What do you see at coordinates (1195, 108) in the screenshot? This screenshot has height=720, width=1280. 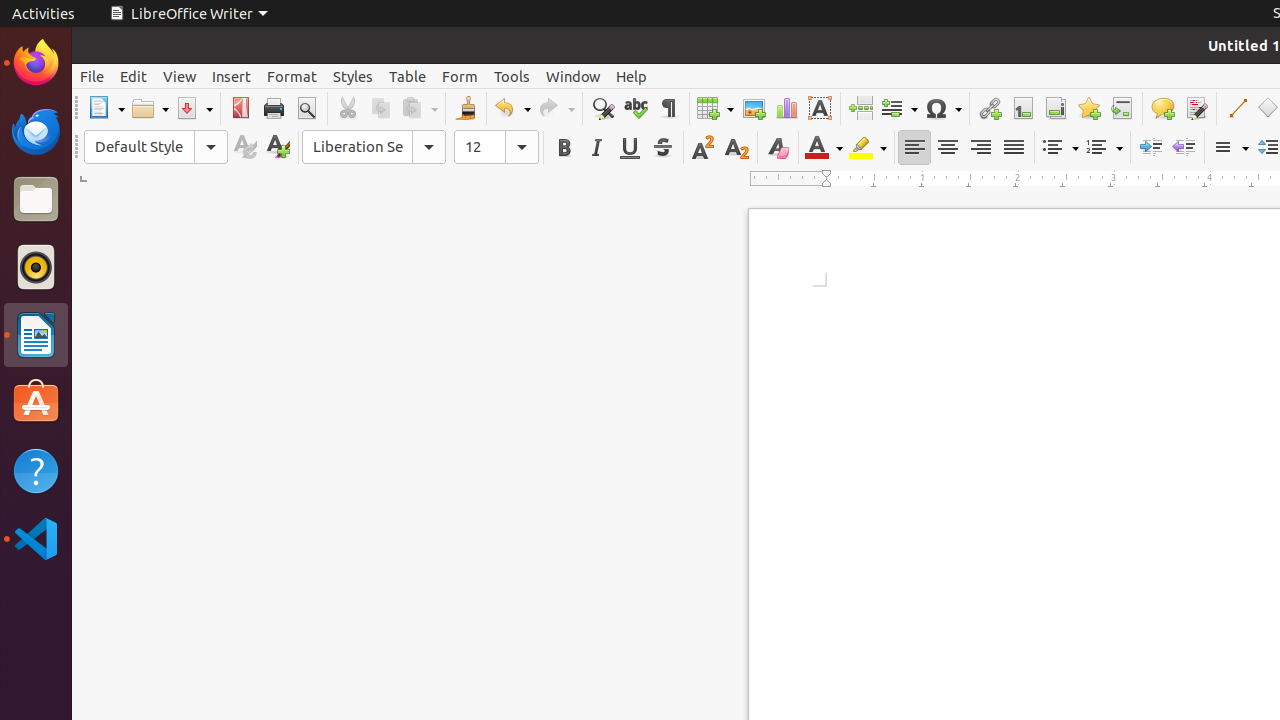 I see `'Track Changes Functions'` at bounding box center [1195, 108].